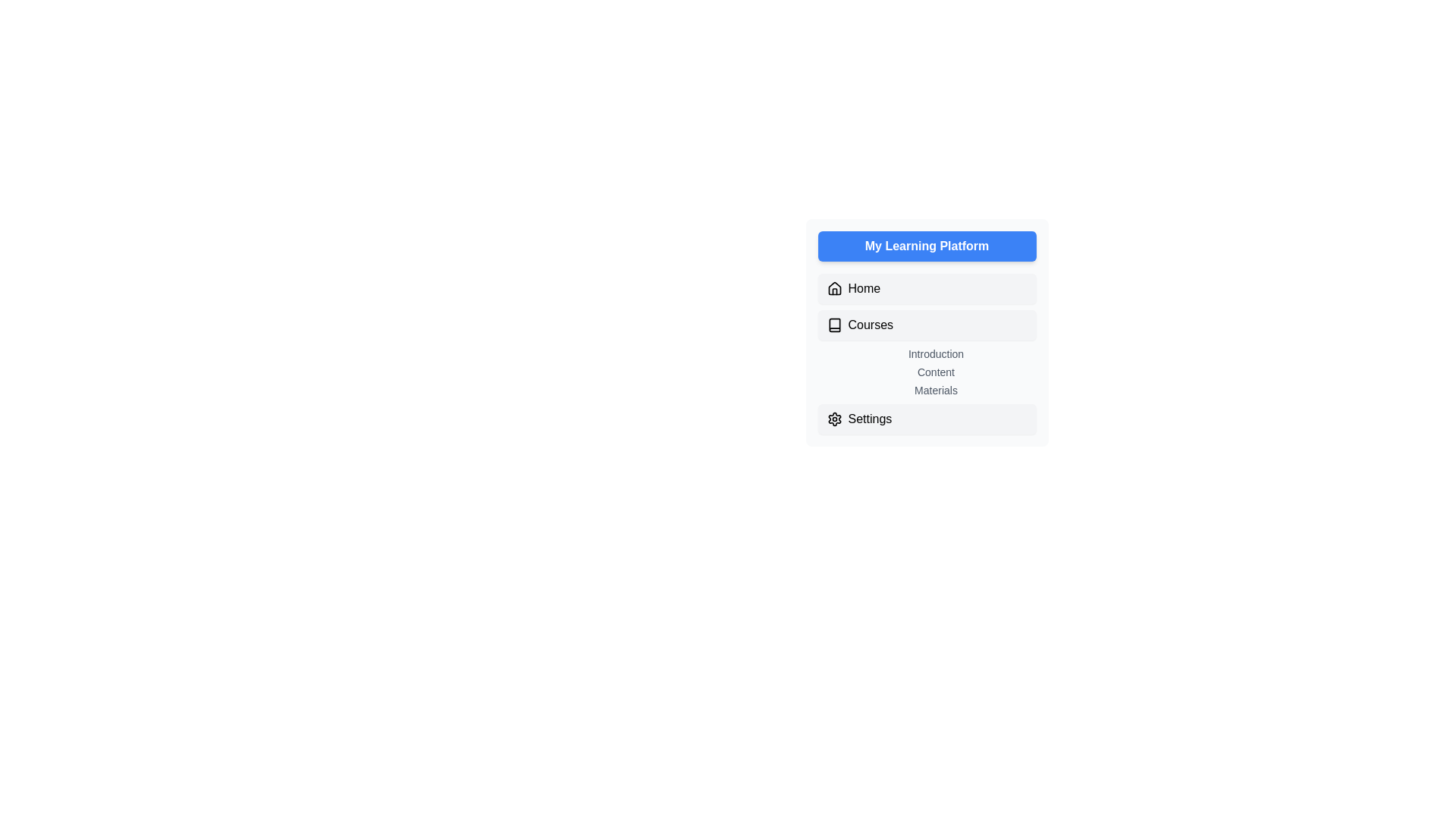 This screenshot has height=819, width=1456. What do you see at coordinates (935, 372) in the screenshot?
I see `the 'Content' hyperlink text located in the sidebar menu under the 'Courses' section` at bounding box center [935, 372].